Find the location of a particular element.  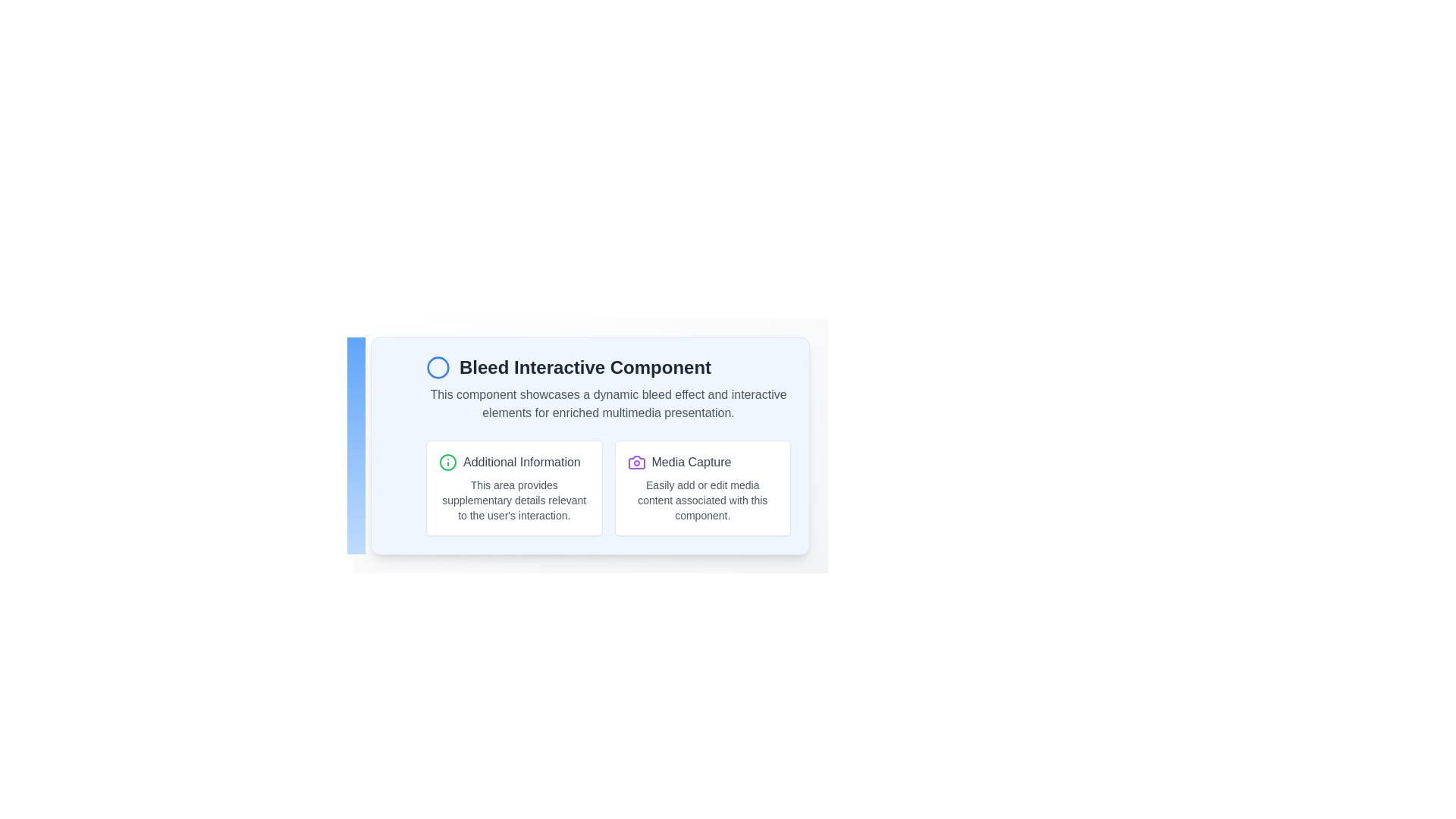

the text snippet reading 'Easily add or edit media content associated with this component.' located in the lower section of the 'Media Capture' panel is located at coordinates (701, 500).